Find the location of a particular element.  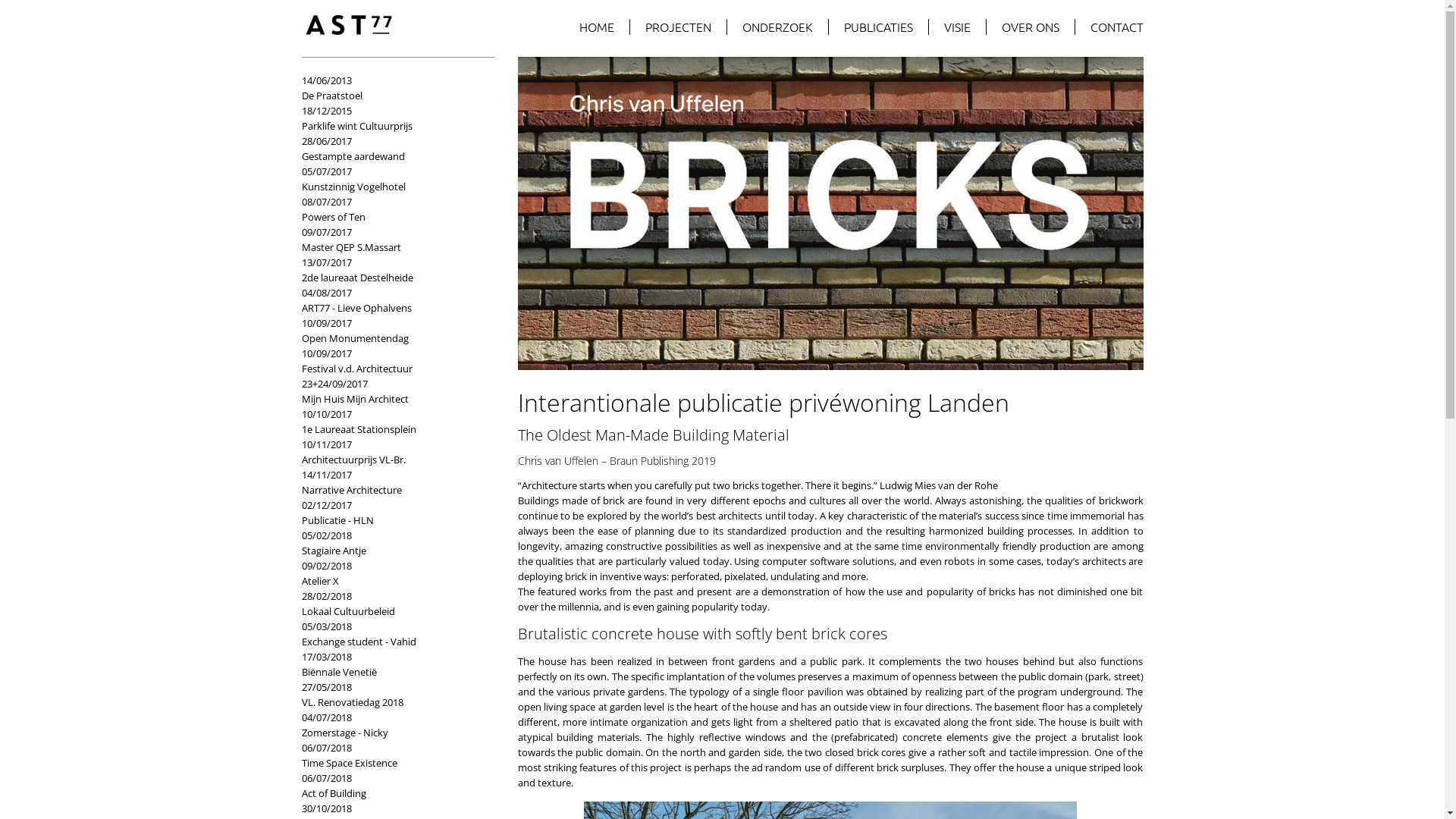

'HOME' is located at coordinates (596, 27).